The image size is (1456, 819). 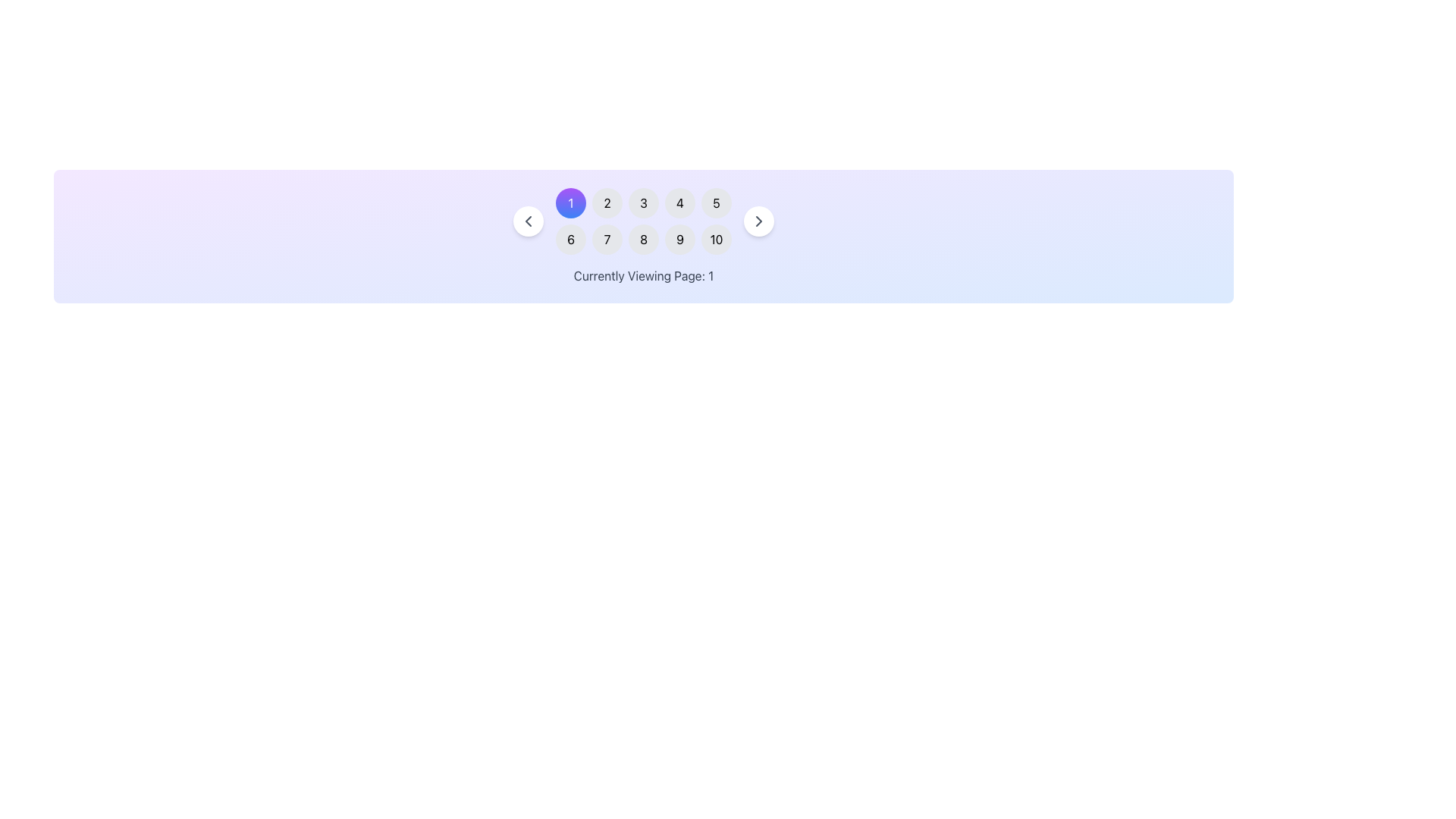 What do you see at coordinates (716, 239) in the screenshot?
I see `the circular button with a grey background and the number '10' centered in black text` at bounding box center [716, 239].